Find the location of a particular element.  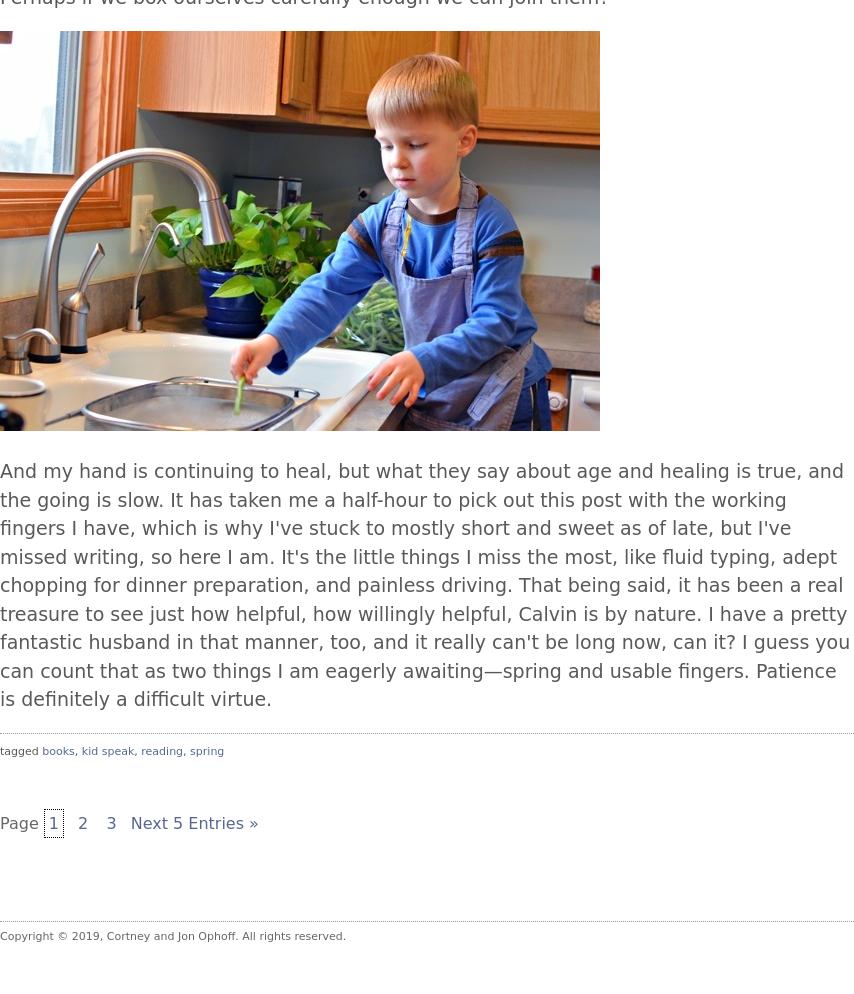

'Copyright © 2019, Cortney and Jon Ophoff.  All rights reserved.' is located at coordinates (173, 935).